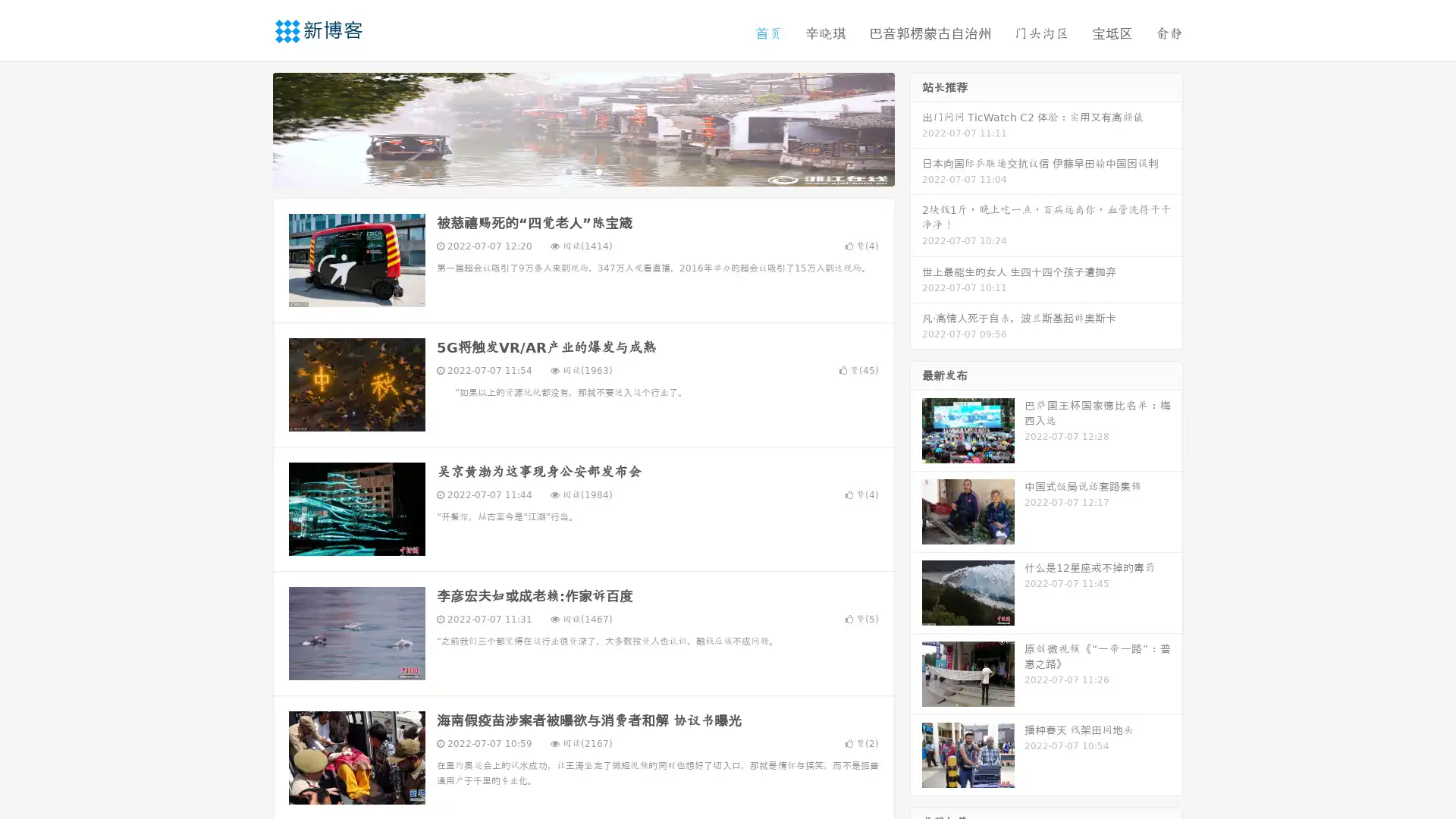  I want to click on Previous slide, so click(250, 127).